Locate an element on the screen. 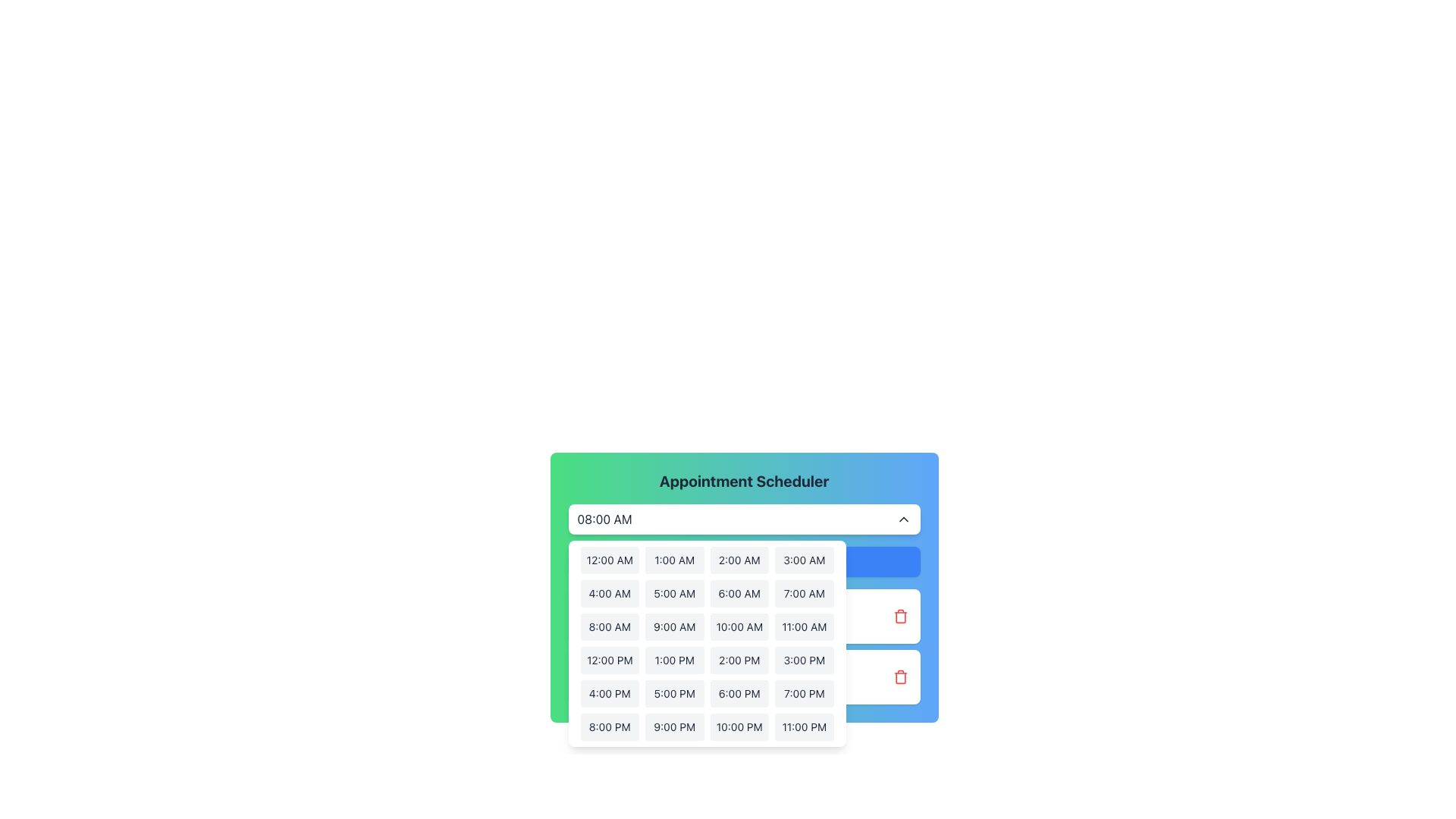  the delete button is located at coordinates (900, 676).